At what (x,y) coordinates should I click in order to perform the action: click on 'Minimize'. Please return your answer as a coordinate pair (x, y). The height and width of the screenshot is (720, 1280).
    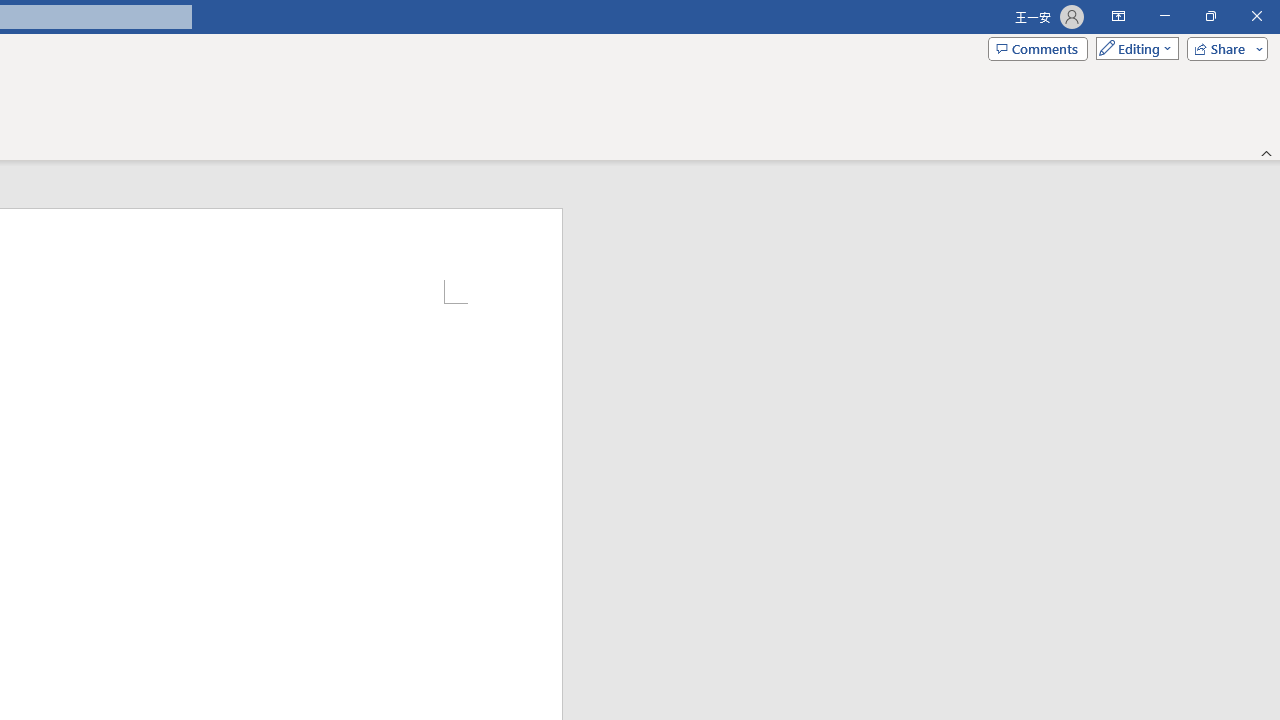
    Looking at the image, I should click on (1164, 16).